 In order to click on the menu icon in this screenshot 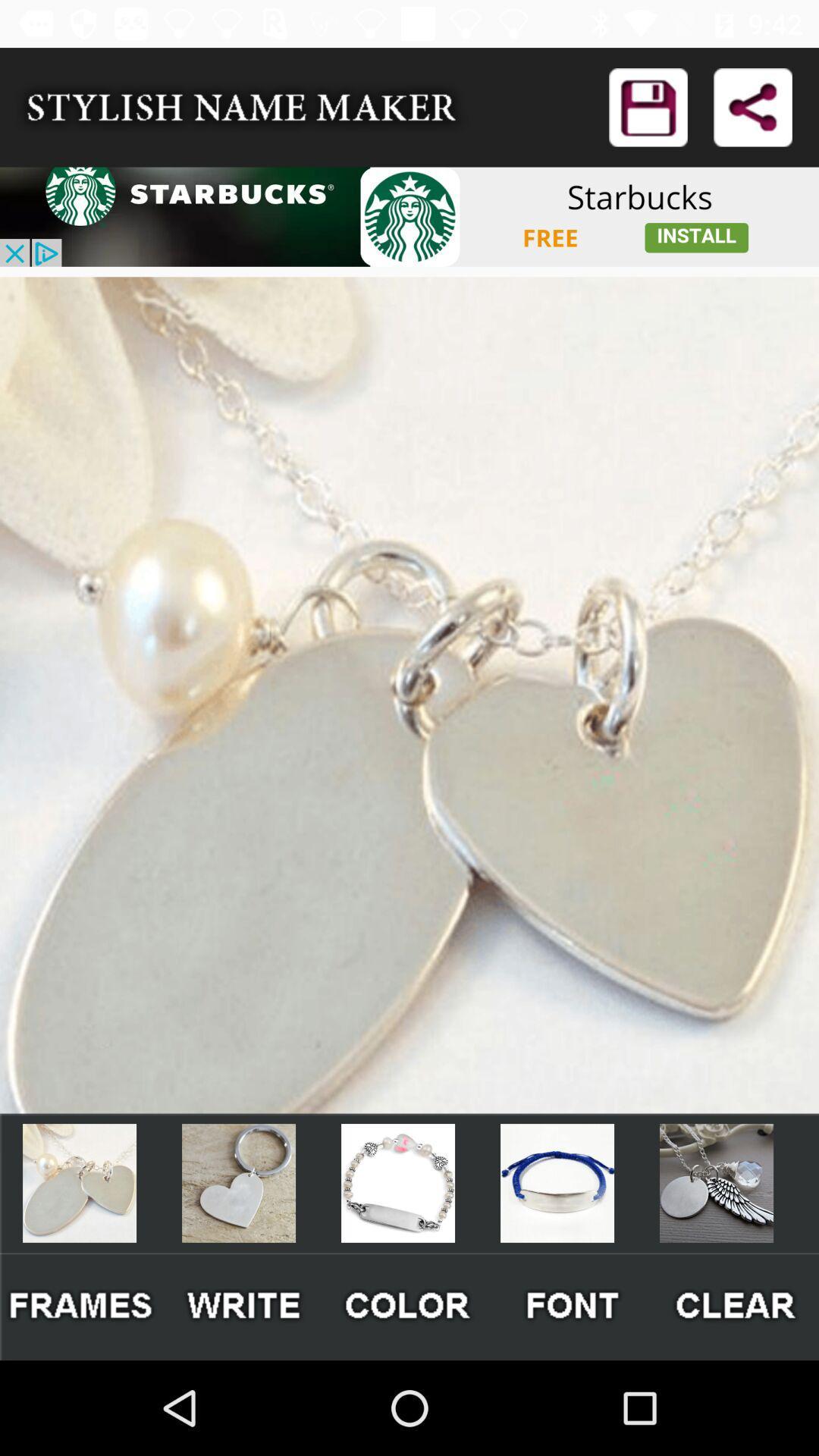, I will do `click(408, 1306)`.